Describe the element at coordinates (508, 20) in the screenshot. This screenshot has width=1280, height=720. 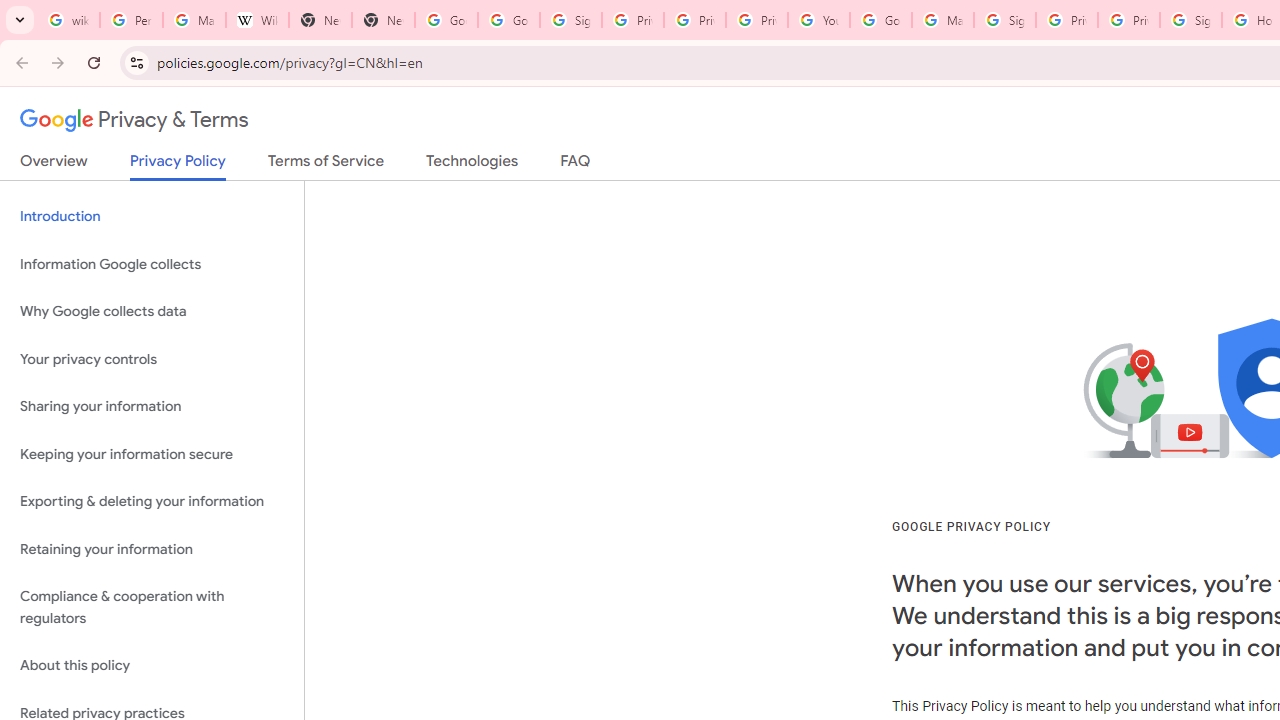
I see `'Google Drive: Sign-in'` at that location.